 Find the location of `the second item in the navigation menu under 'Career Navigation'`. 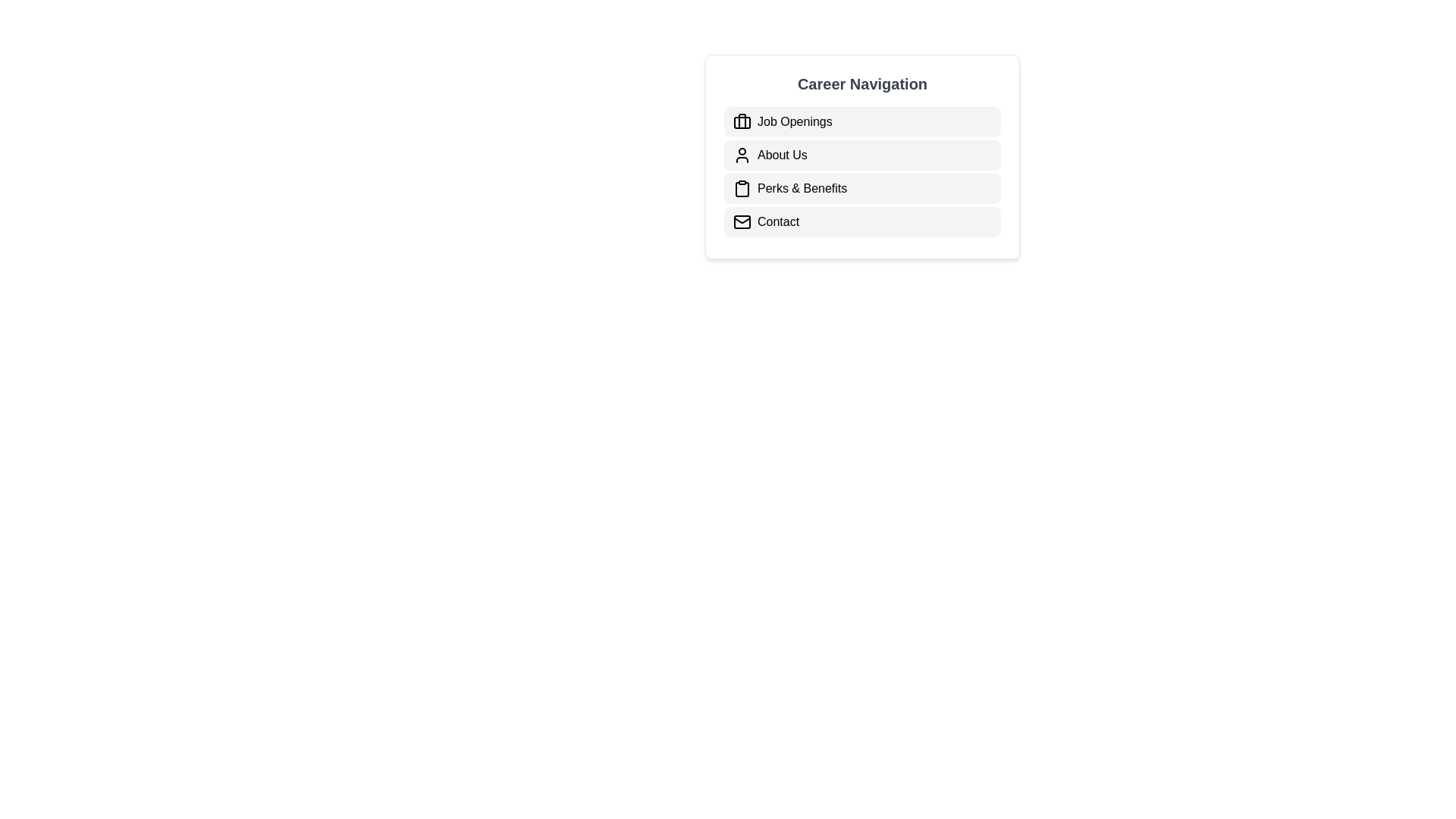

the second item in the navigation menu under 'Career Navigation' is located at coordinates (862, 155).